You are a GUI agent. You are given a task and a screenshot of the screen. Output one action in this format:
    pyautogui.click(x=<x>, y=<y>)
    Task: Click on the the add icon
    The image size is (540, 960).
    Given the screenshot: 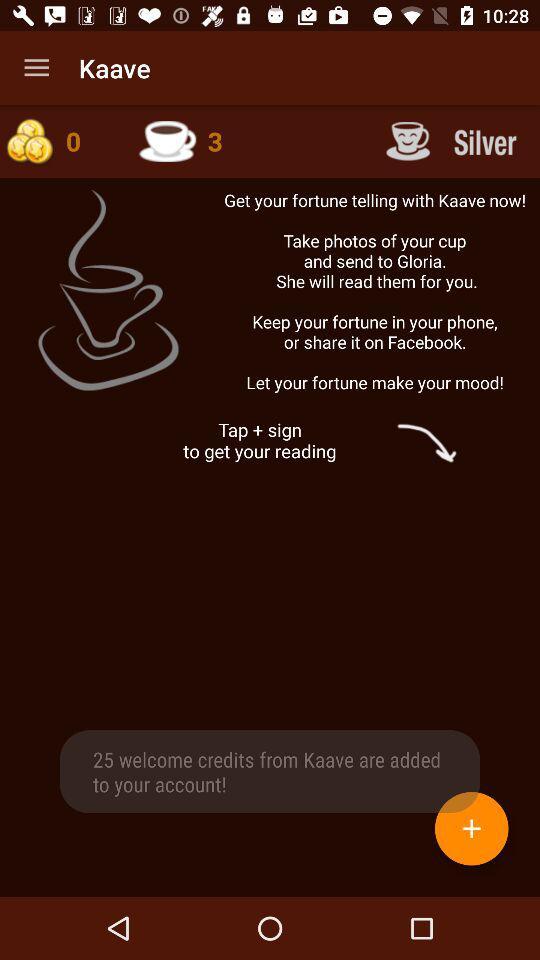 What is the action you would take?
    pyautogui.click(x=471, y=828)
    